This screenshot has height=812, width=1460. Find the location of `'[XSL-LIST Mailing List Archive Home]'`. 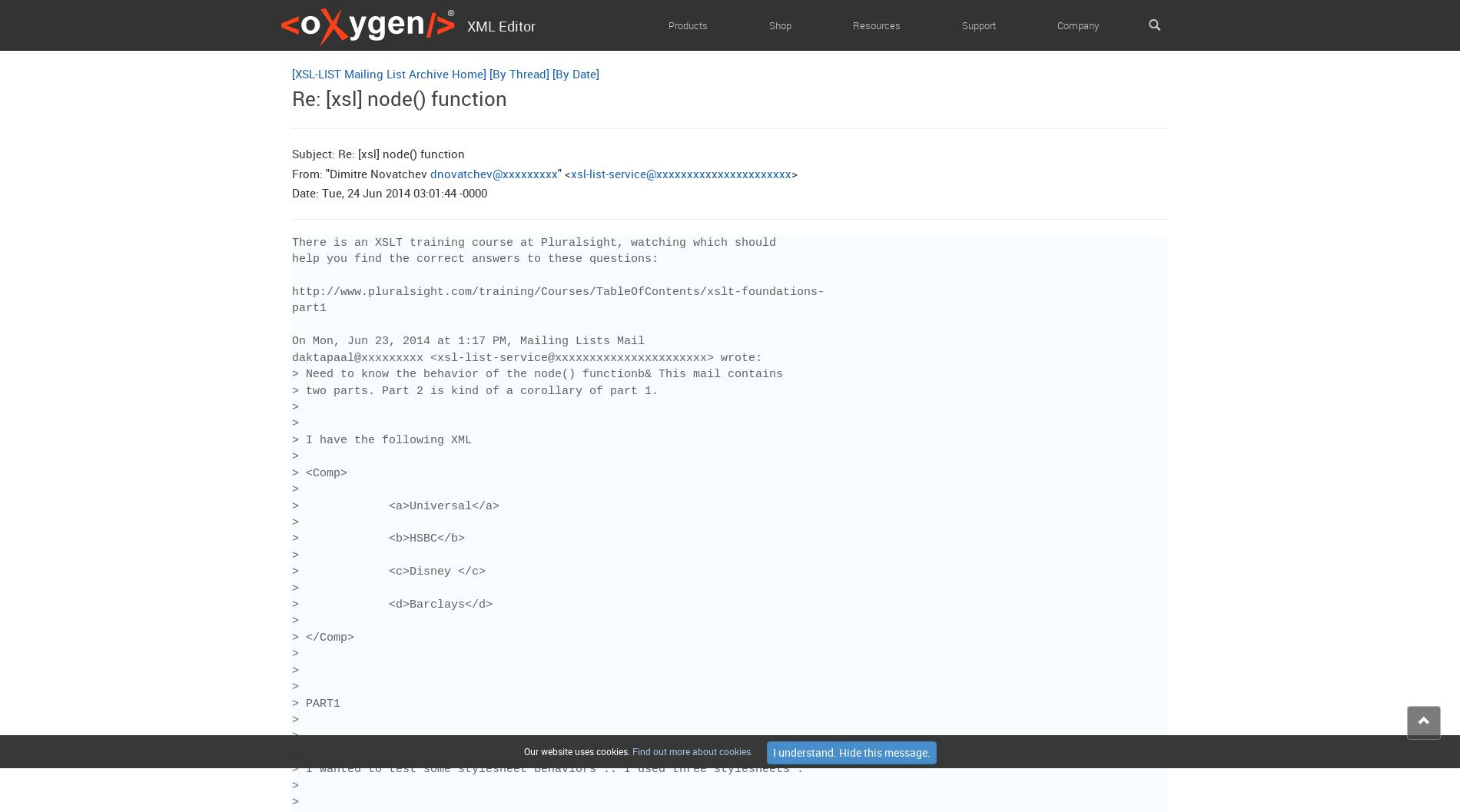

'[XSL-LIST Mailing List Archive Home]' is located at coordinates (389, 72).